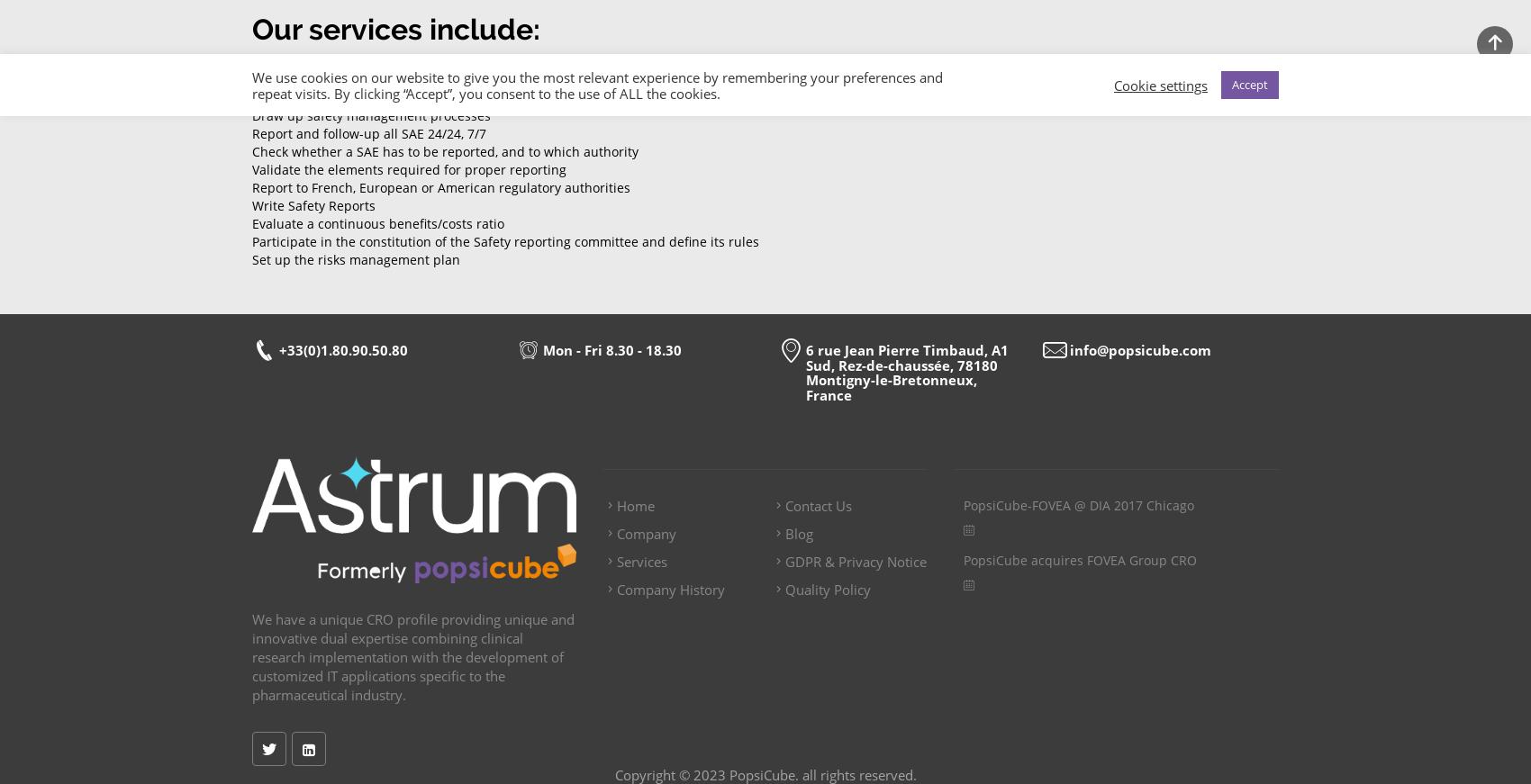 This screenshot has width=1531, height=784. What do you see at coordinates (395, 27) in the screenshot?
I see `'Our services include:'` at bounding box center [395, 27].